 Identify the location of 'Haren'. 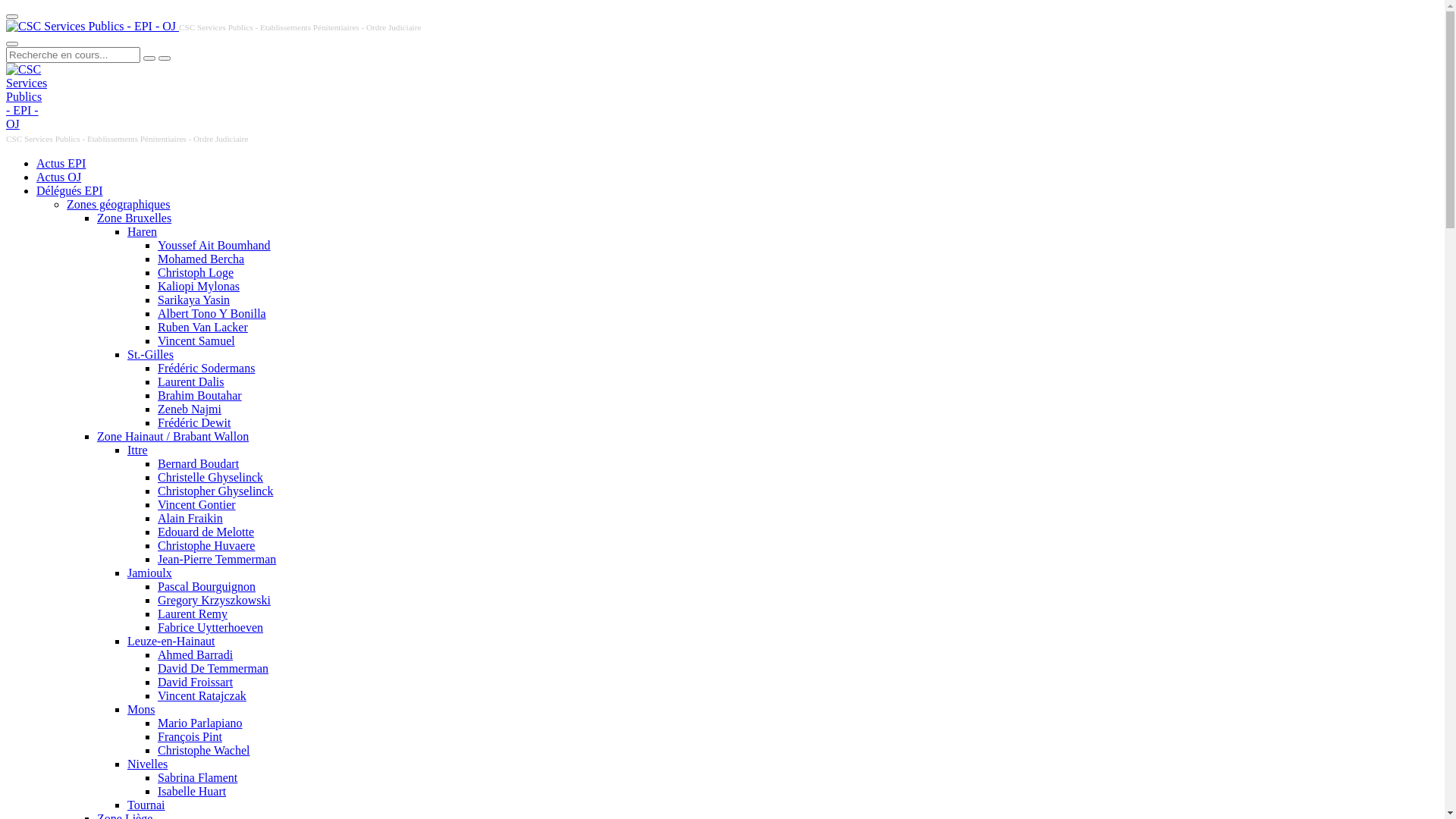
(142, 231).